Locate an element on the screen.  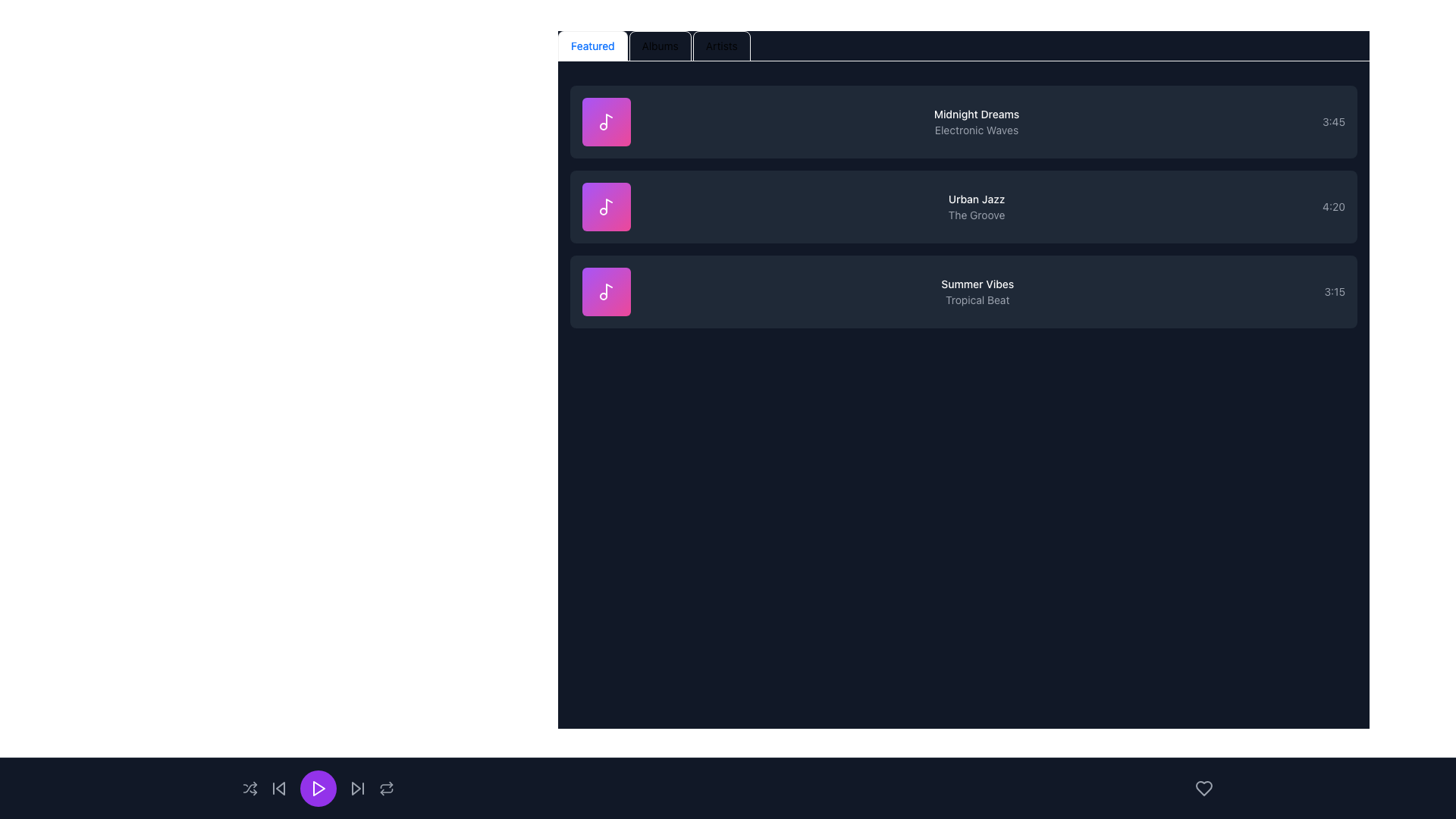
the text label displaying the track duration '3:45', which is styled in light gray and positioned to the far right of the first track item is located at coordinates (1332, 121).